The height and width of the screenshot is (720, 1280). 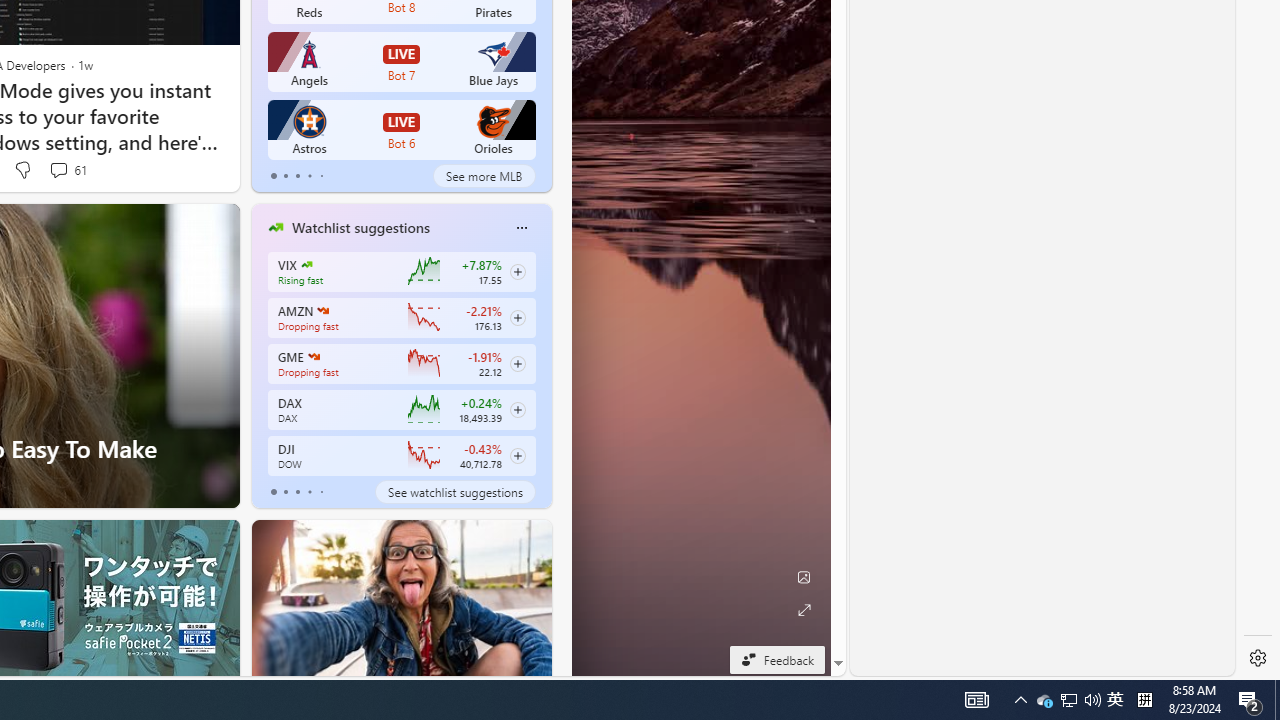 I want to click on 'Edit Background', so click(x=803, y=577).